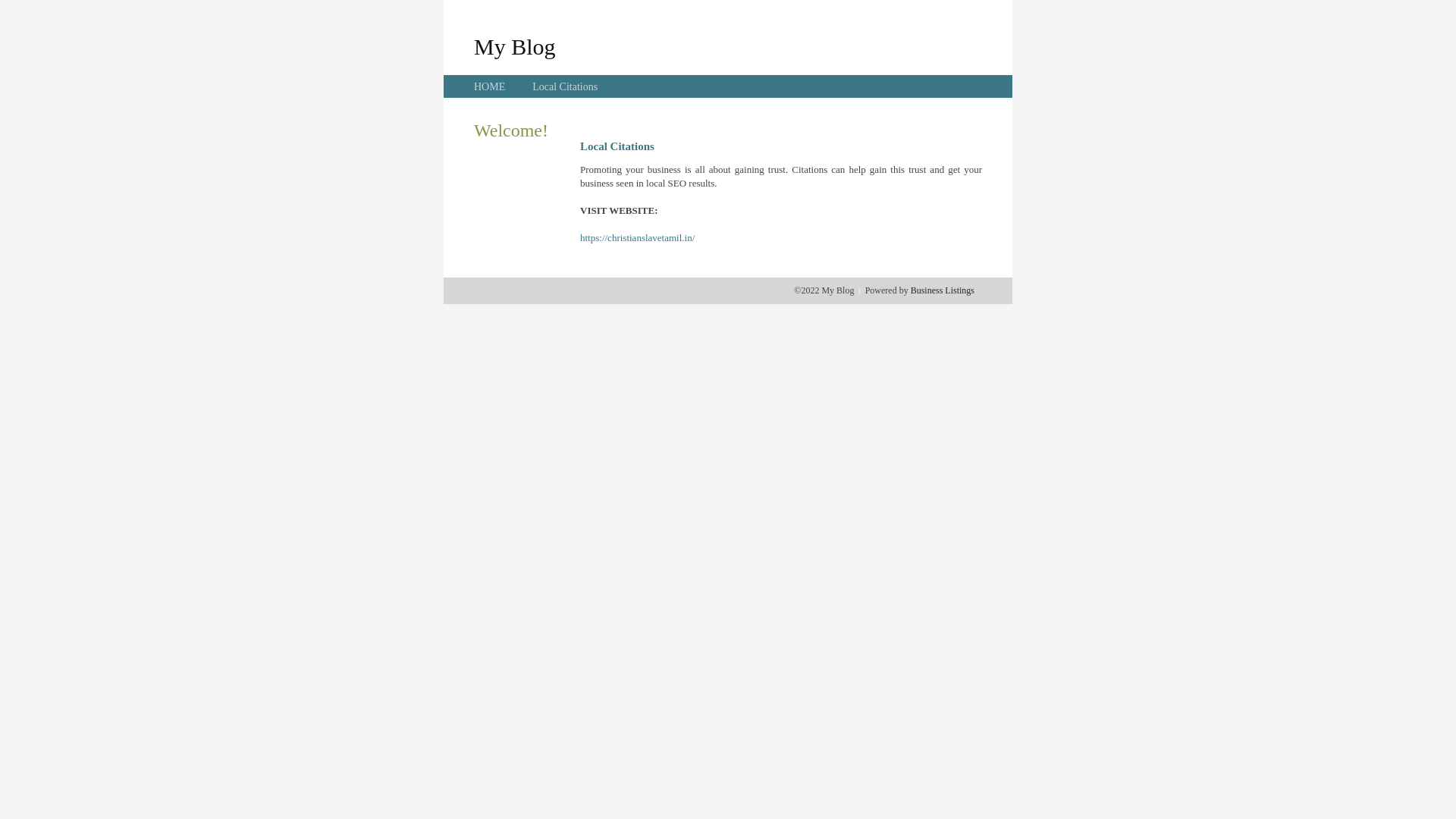  What do you see at coordinates (514, 45) in the screenshot?
I see `'My Blog'` at bounding box center [514, 45].